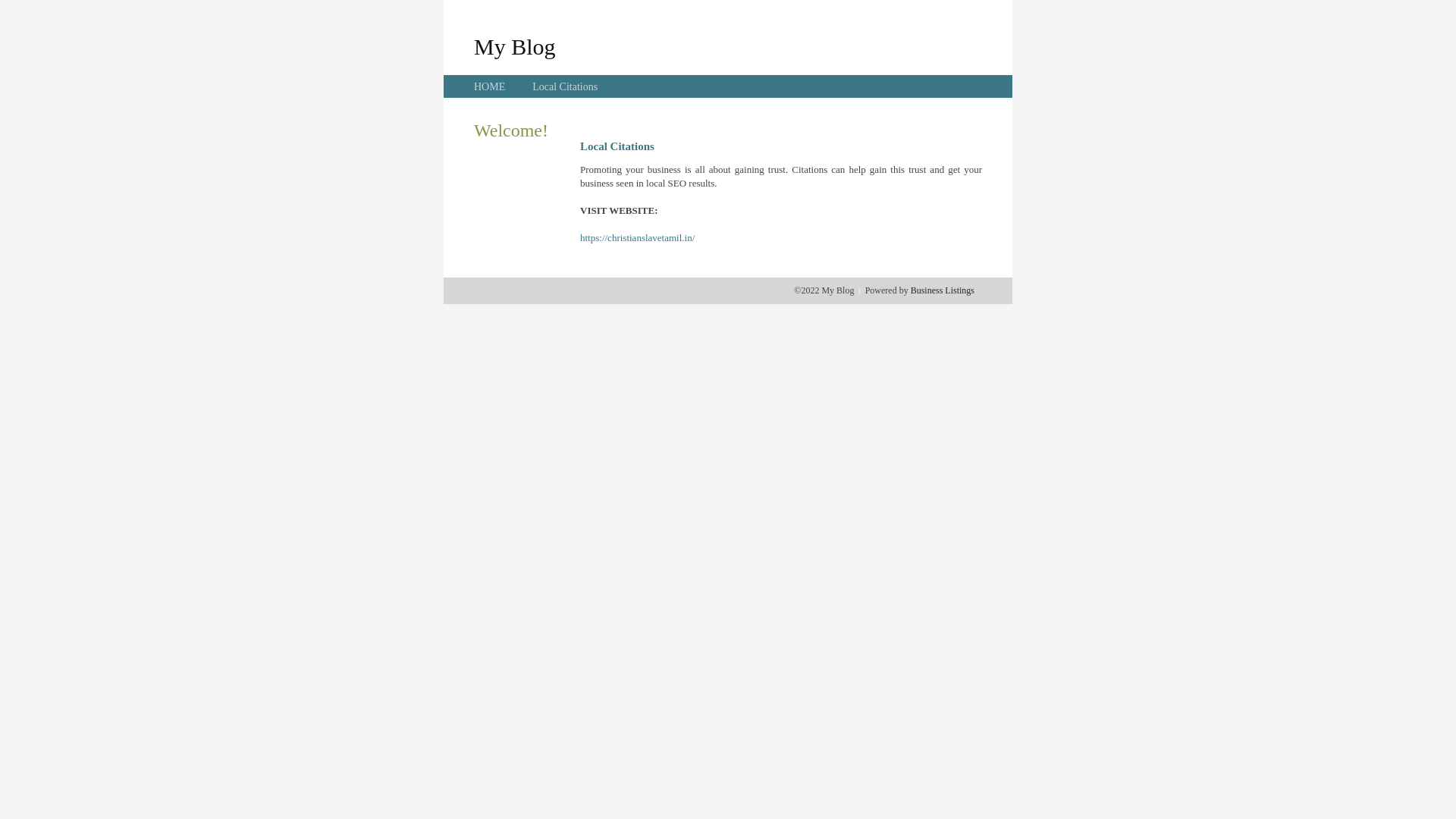  What do you see at coordinates (514, 45) in the screenshot?
I see `'My Blog'` at bounding box center [514, 45].